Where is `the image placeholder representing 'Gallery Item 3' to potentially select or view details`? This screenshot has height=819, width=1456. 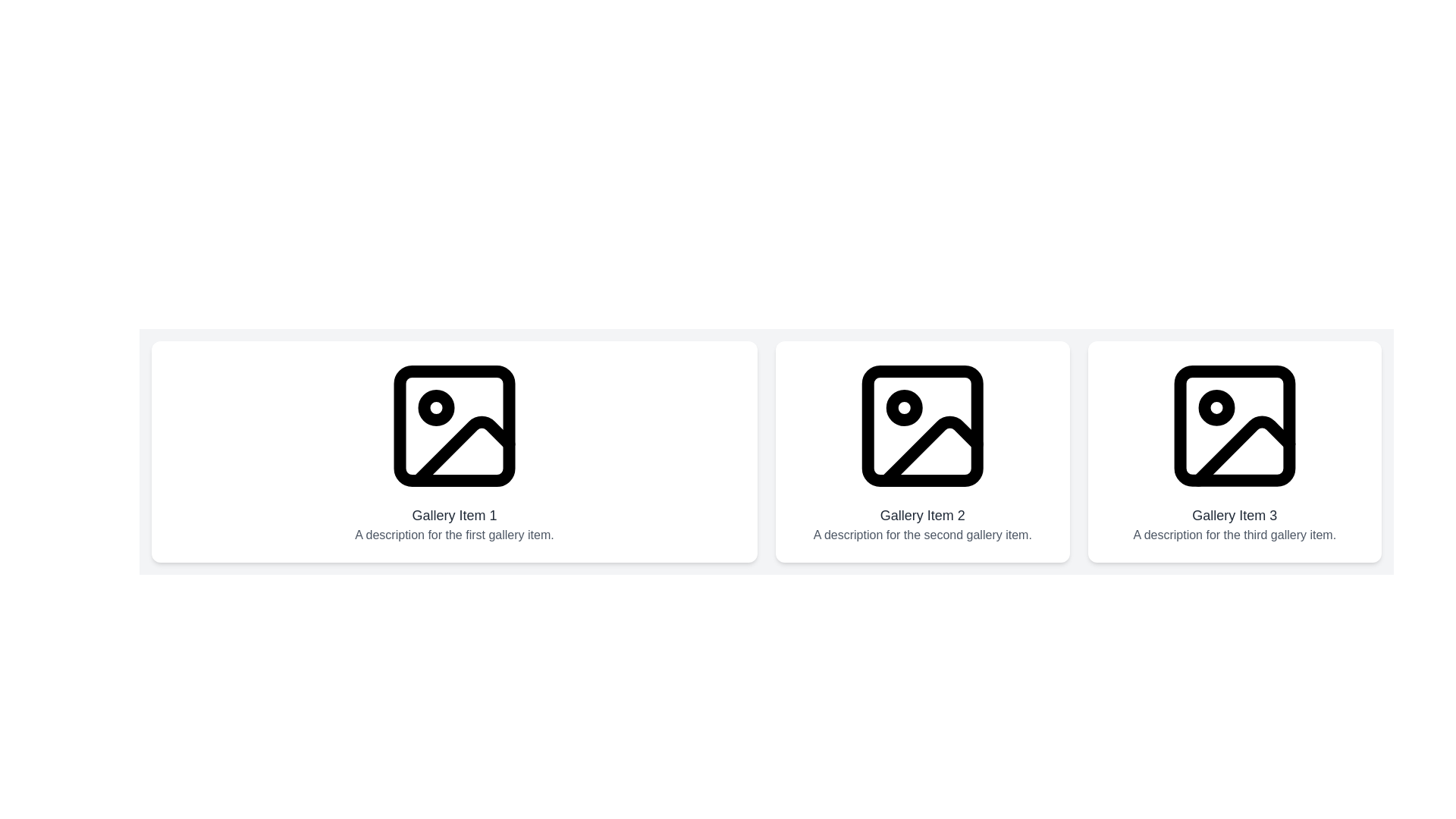 the image placeholder representing 'Gallery Item 3' to potentially select or view details is located at coordinates (1235, 426).